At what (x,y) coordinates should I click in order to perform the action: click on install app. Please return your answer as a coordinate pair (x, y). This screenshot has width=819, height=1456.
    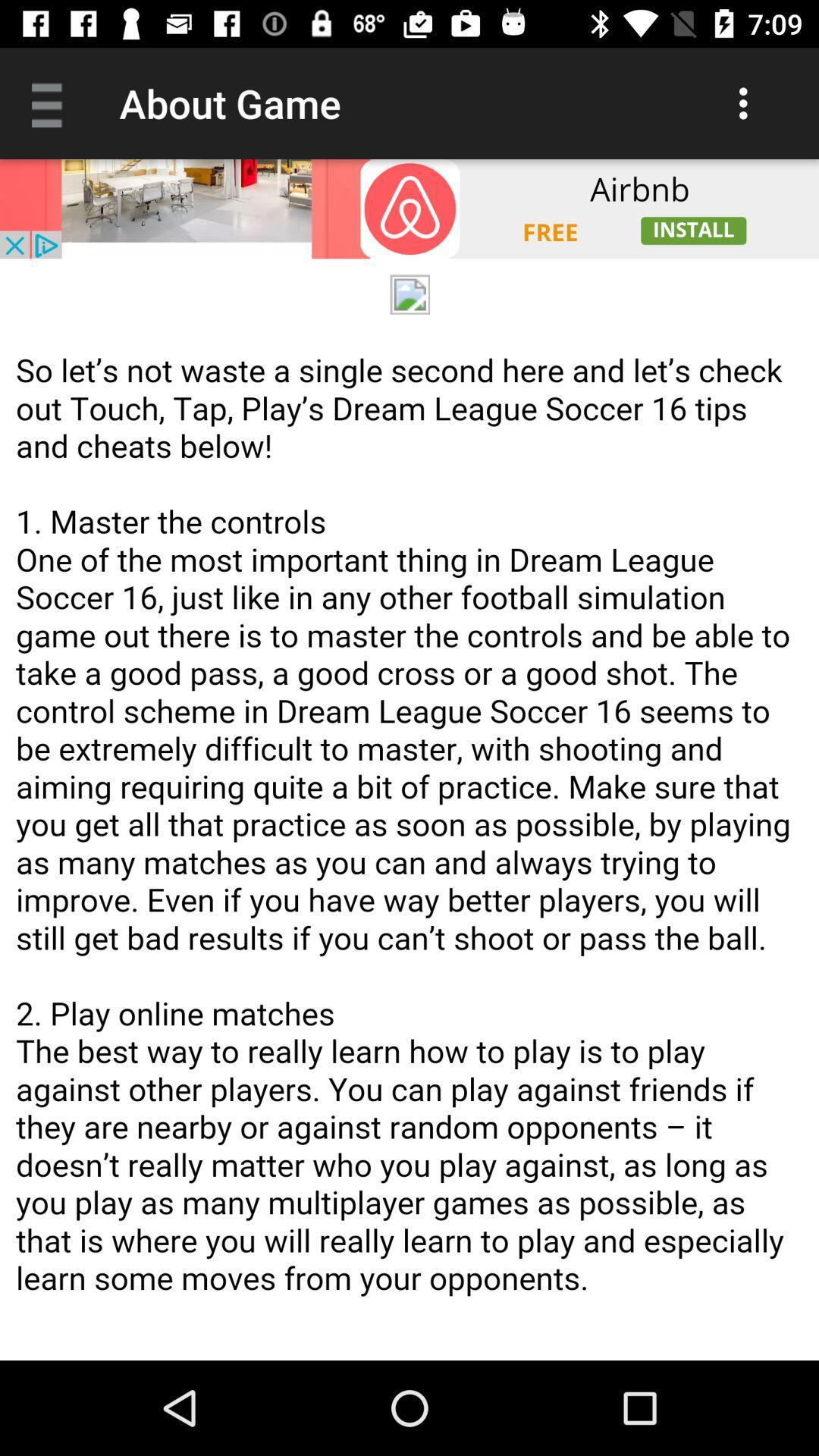
    Looking at the image, I should click on (409, 208).